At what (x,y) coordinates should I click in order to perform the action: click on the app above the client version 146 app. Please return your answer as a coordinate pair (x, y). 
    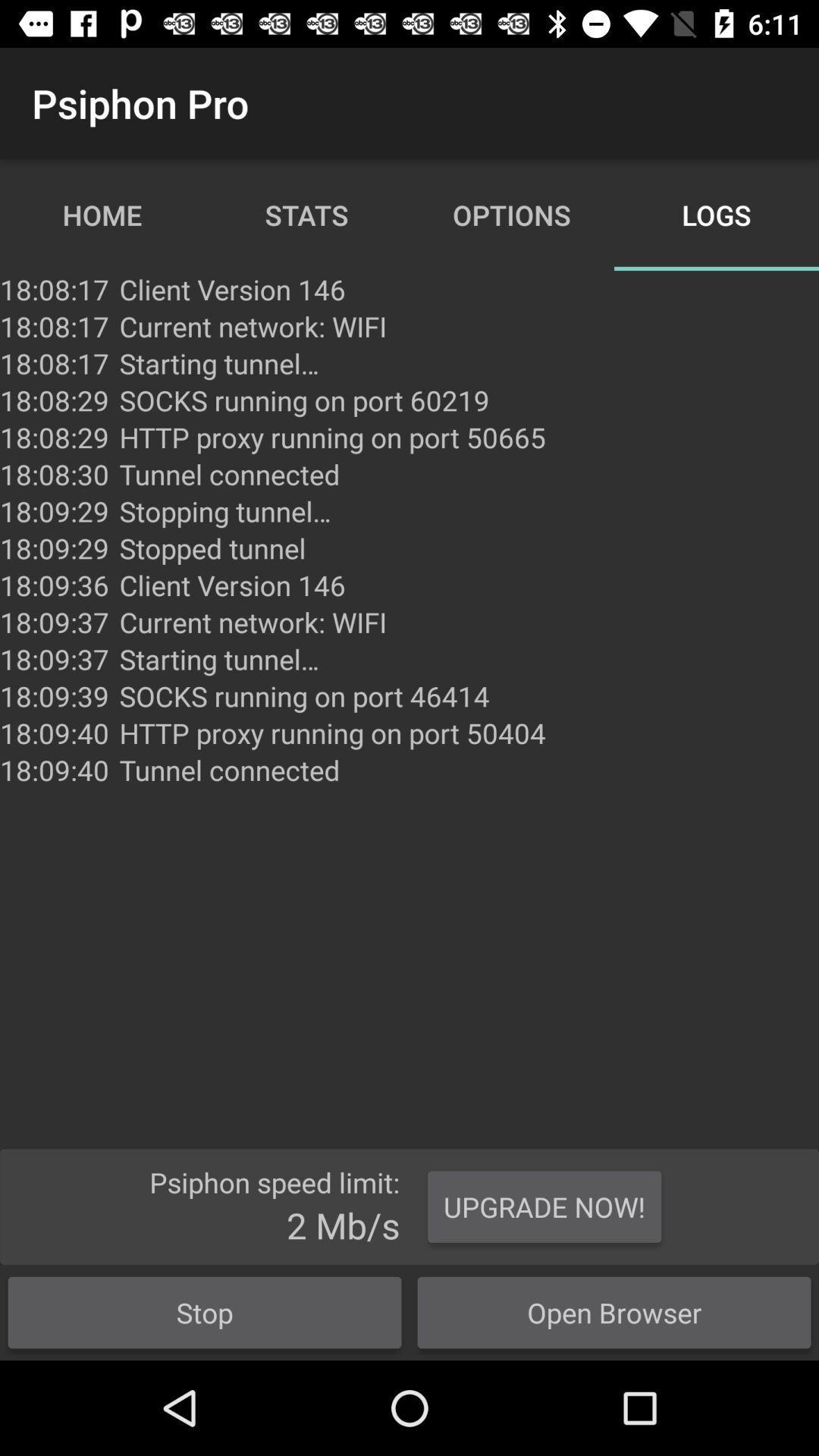
    Looking at the image, I should click on (212, 548).